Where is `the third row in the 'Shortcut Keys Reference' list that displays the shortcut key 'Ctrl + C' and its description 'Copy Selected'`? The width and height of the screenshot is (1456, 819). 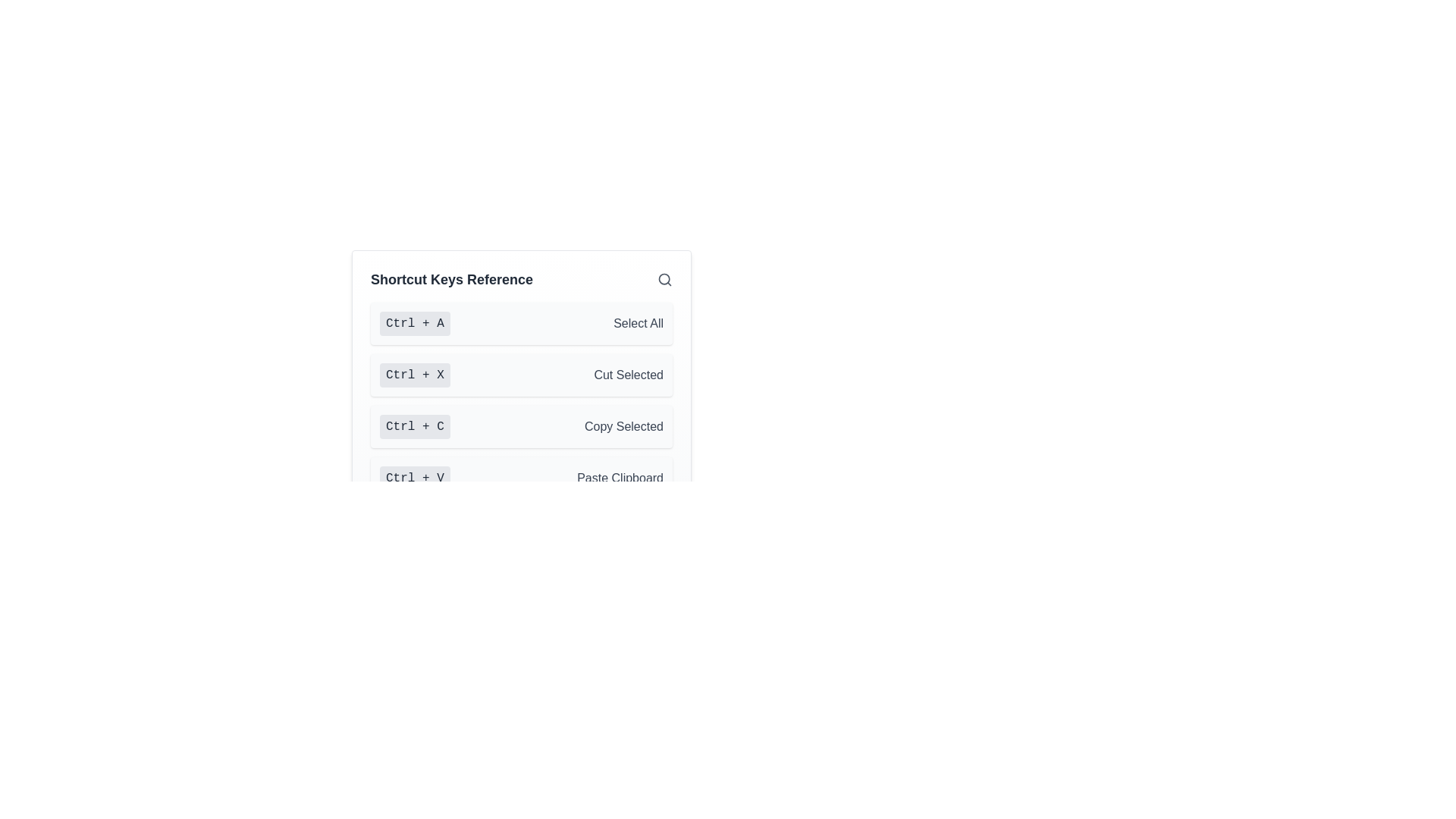 the third row in the 'Shortcut Keys Reference' list that displays the shortcut key 'Ctrl + C' and its description 'Copy Selected' is located at coordinates (521, 427).